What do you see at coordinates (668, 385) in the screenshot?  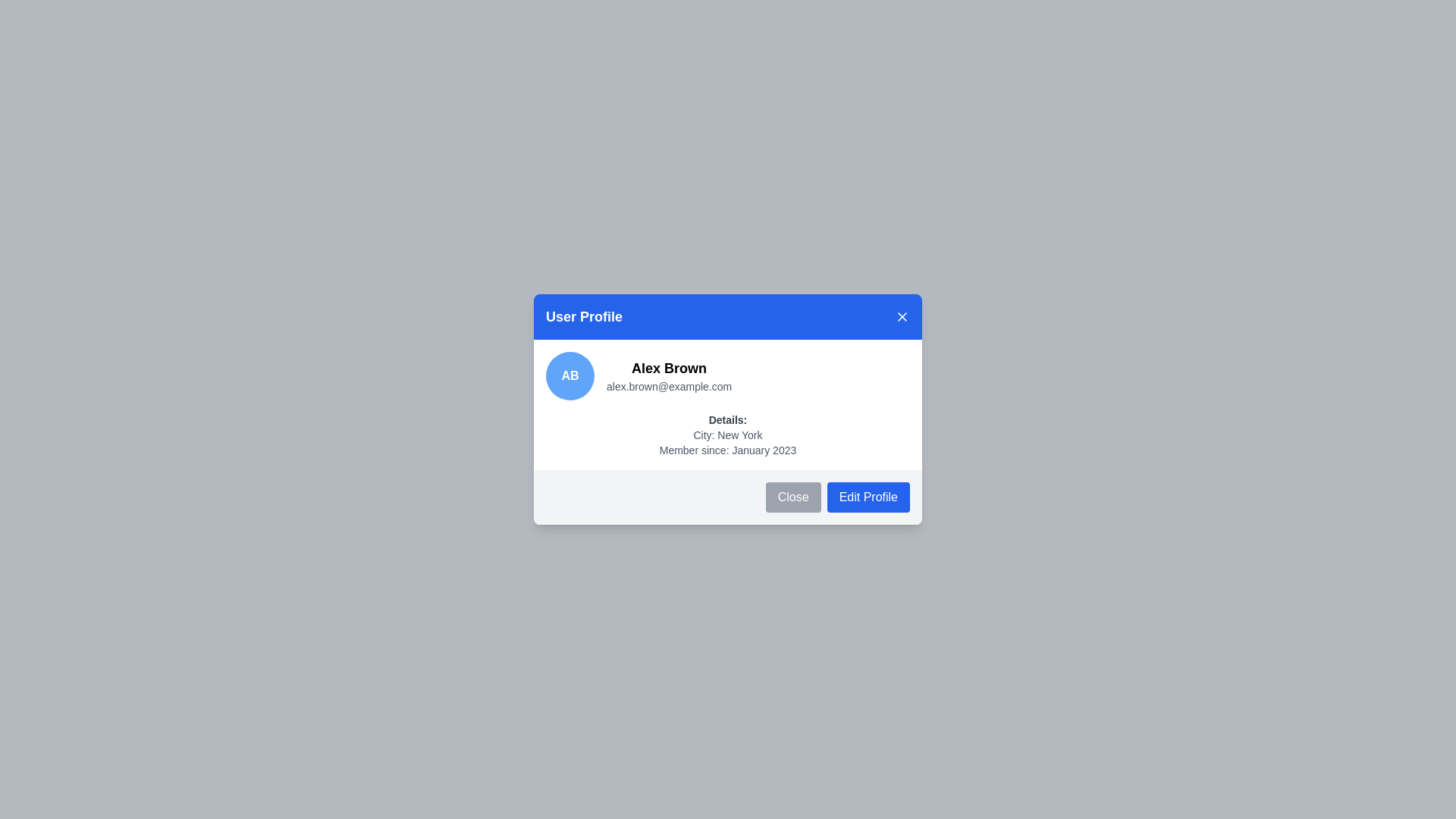 I see `the static text element displaying an email address, which is styled in a smaller font size and light gray color, positioned below the name 'Alex Brown'` at bounding box center [668, 385].